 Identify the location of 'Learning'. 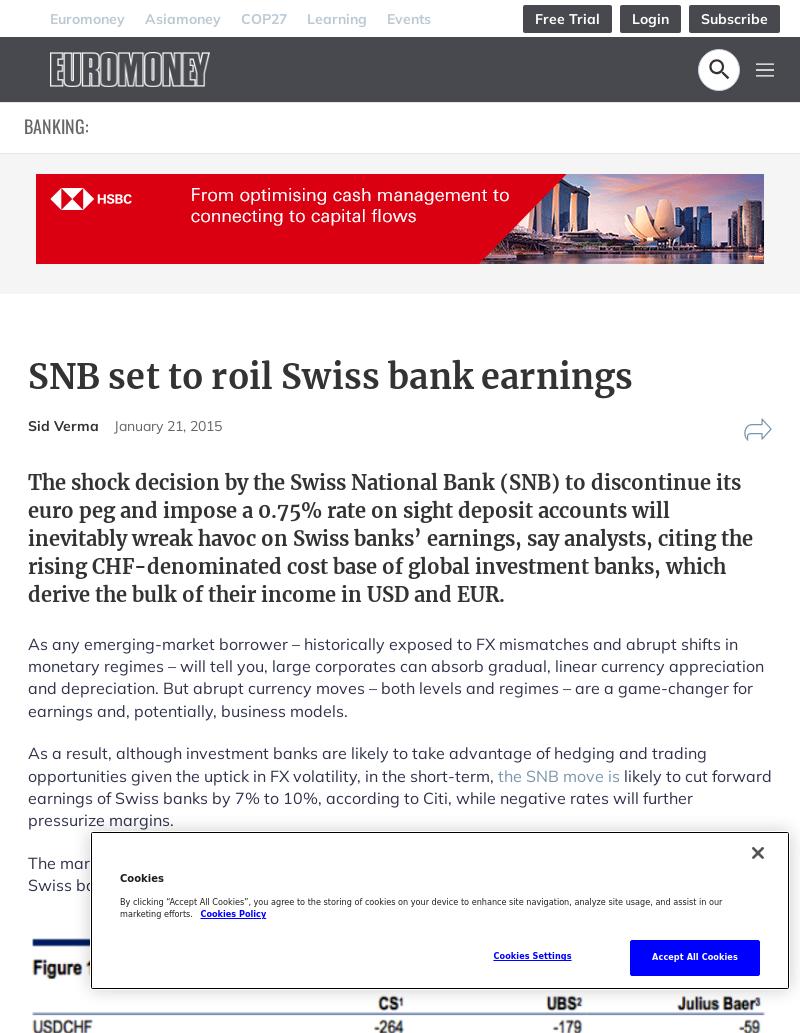
(305, 17).